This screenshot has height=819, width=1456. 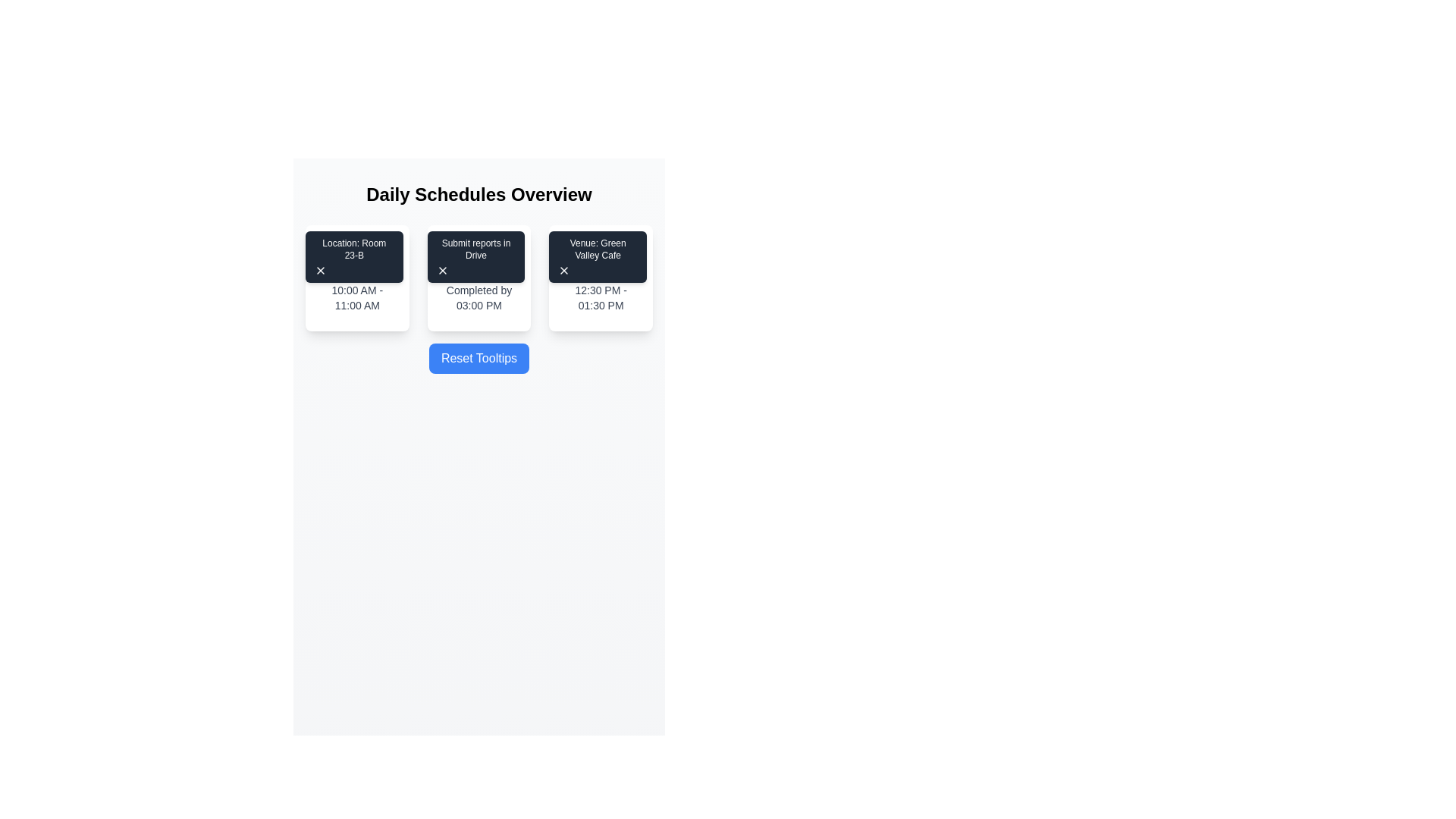 What do you see at coordinates (479, 298) in the screenshot?
I see `text label displaying 'Completed by 03:00 PM', which is styled in small gray font and located below the 'Submit reports in Drive' title in the central card of the displayed interface` at bounding box center [479, 298].